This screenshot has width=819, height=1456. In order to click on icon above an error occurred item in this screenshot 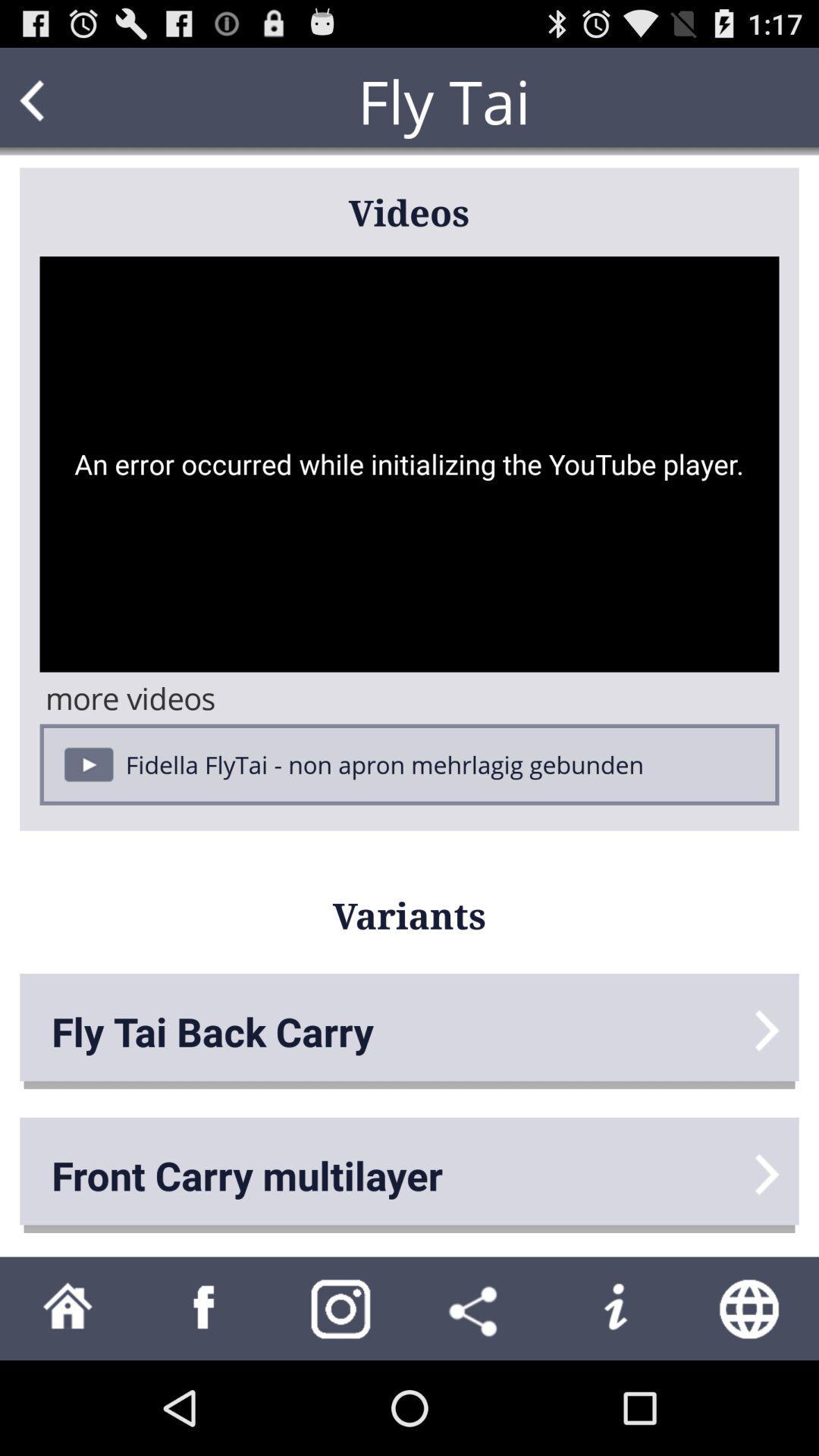, I will do `click(61, 100)`.